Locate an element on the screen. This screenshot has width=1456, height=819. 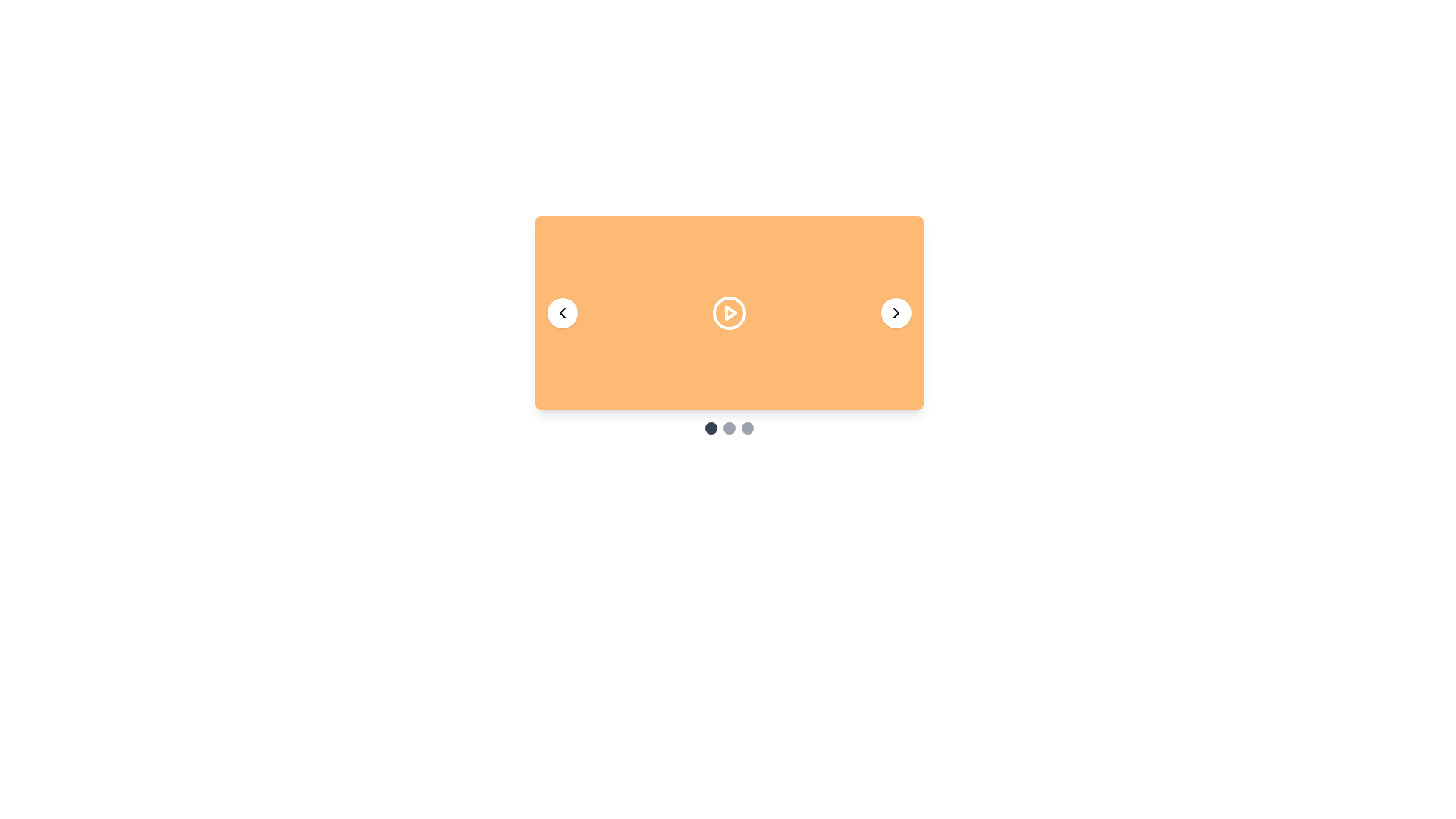
the second circular indicator of the Carousel, which is gray and located in the middle of three horizontally arranged indicators below the main content area is located at coordinates (729, 428).